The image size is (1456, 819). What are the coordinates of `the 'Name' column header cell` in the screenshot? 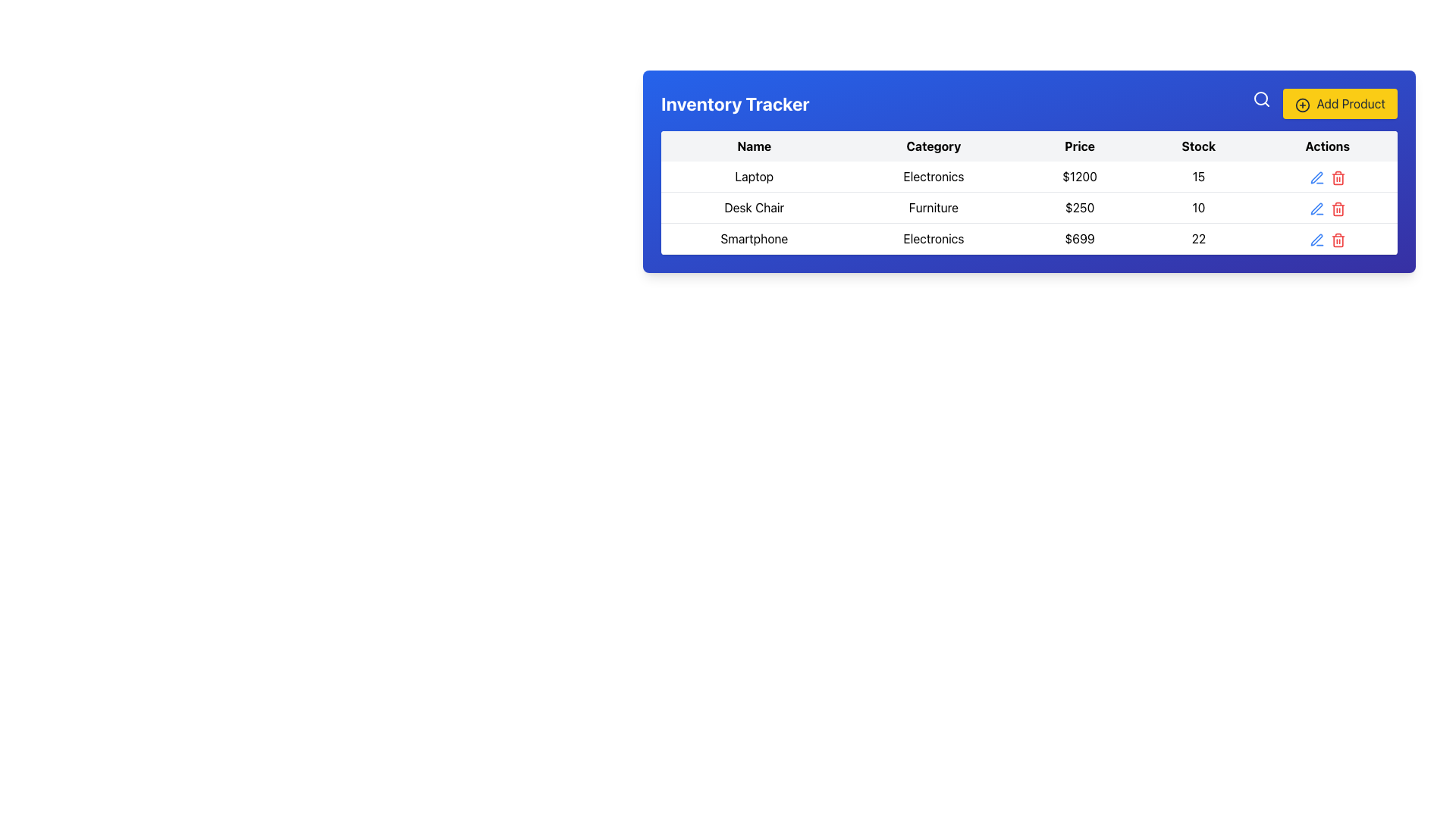 It's located at (754, 146).